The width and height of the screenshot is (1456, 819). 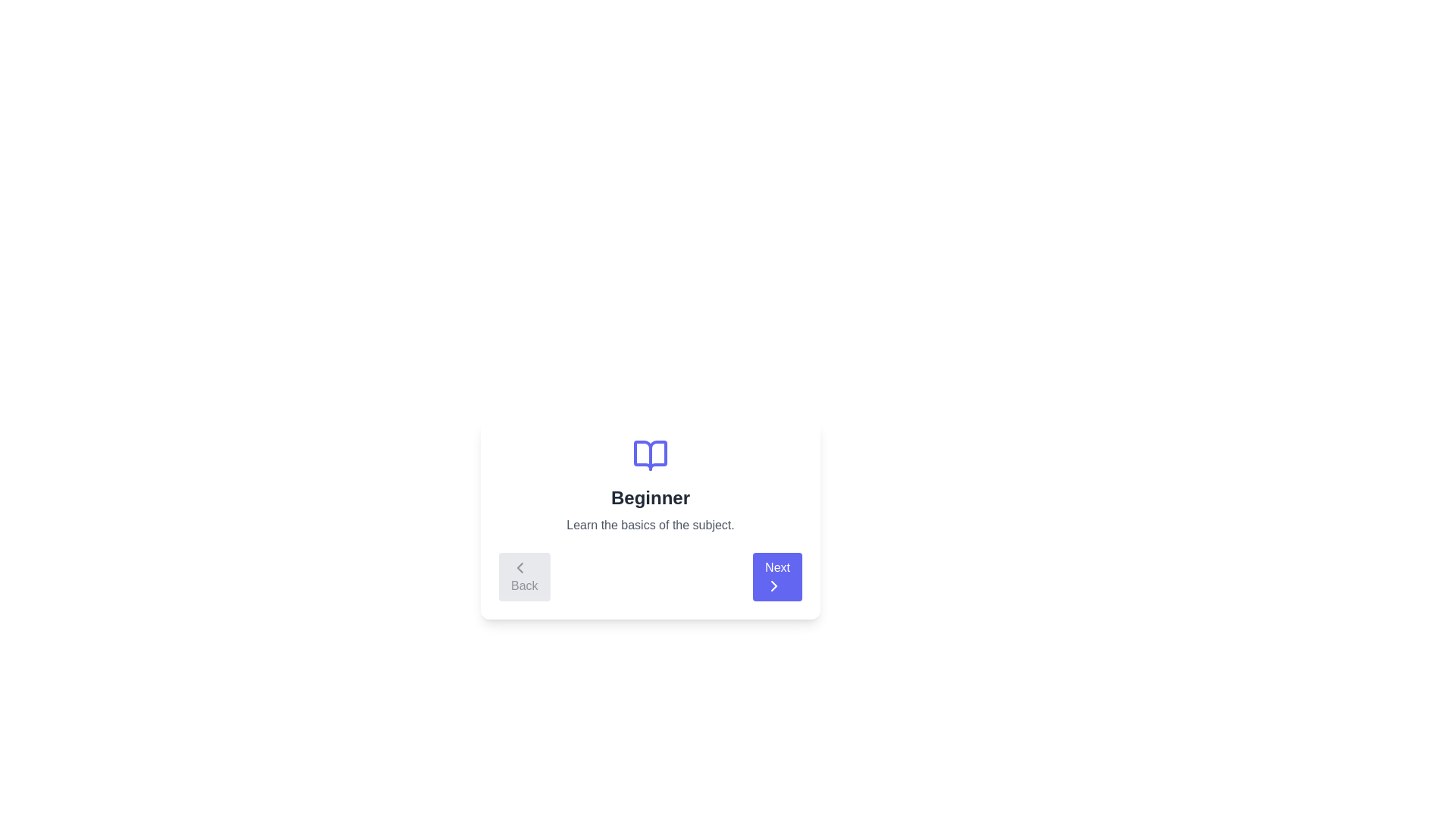 I want to click on 'Next' button to navigate to the next step, so click(x=777, y=576).